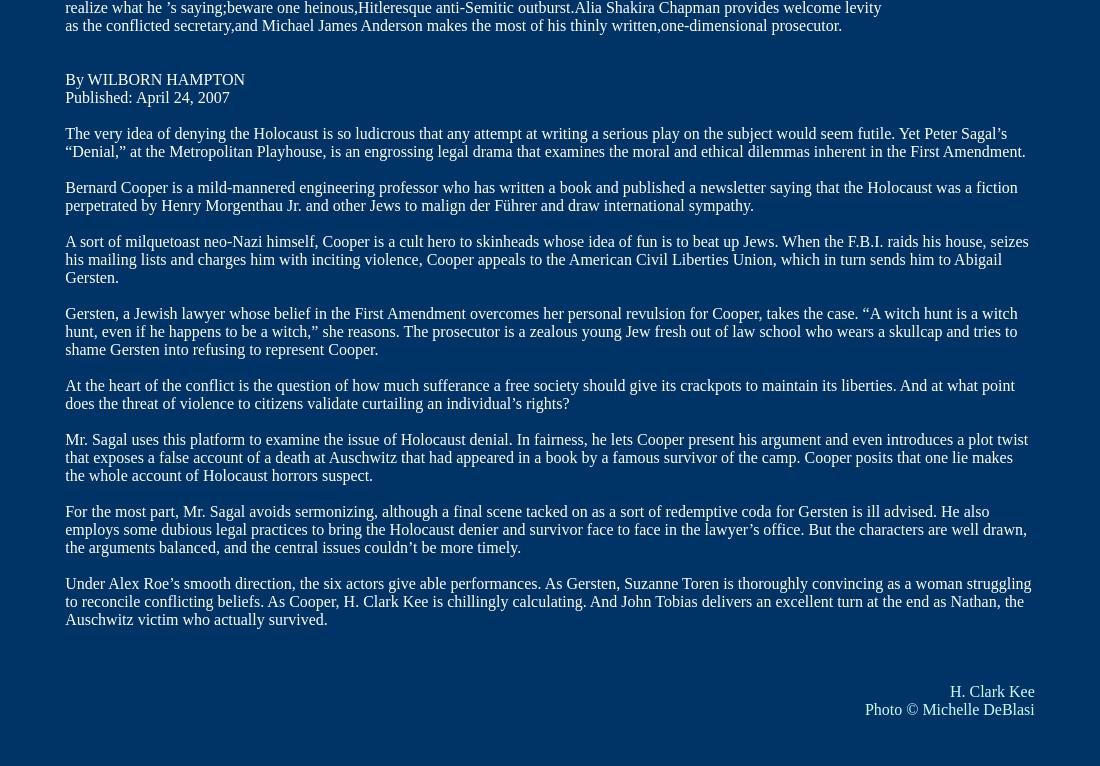 The image size is (1100, 766). What do you see at coordinates (539, 393) in the screenshot?
I see `'At the heart of the conflict is the question of how much sufferance a
free society should give its crackpots to maintain its liberties. And
at what point does the threat of violence to citizens validate
curtailing an individual’s rights?'` at bounding box center [539, 393].